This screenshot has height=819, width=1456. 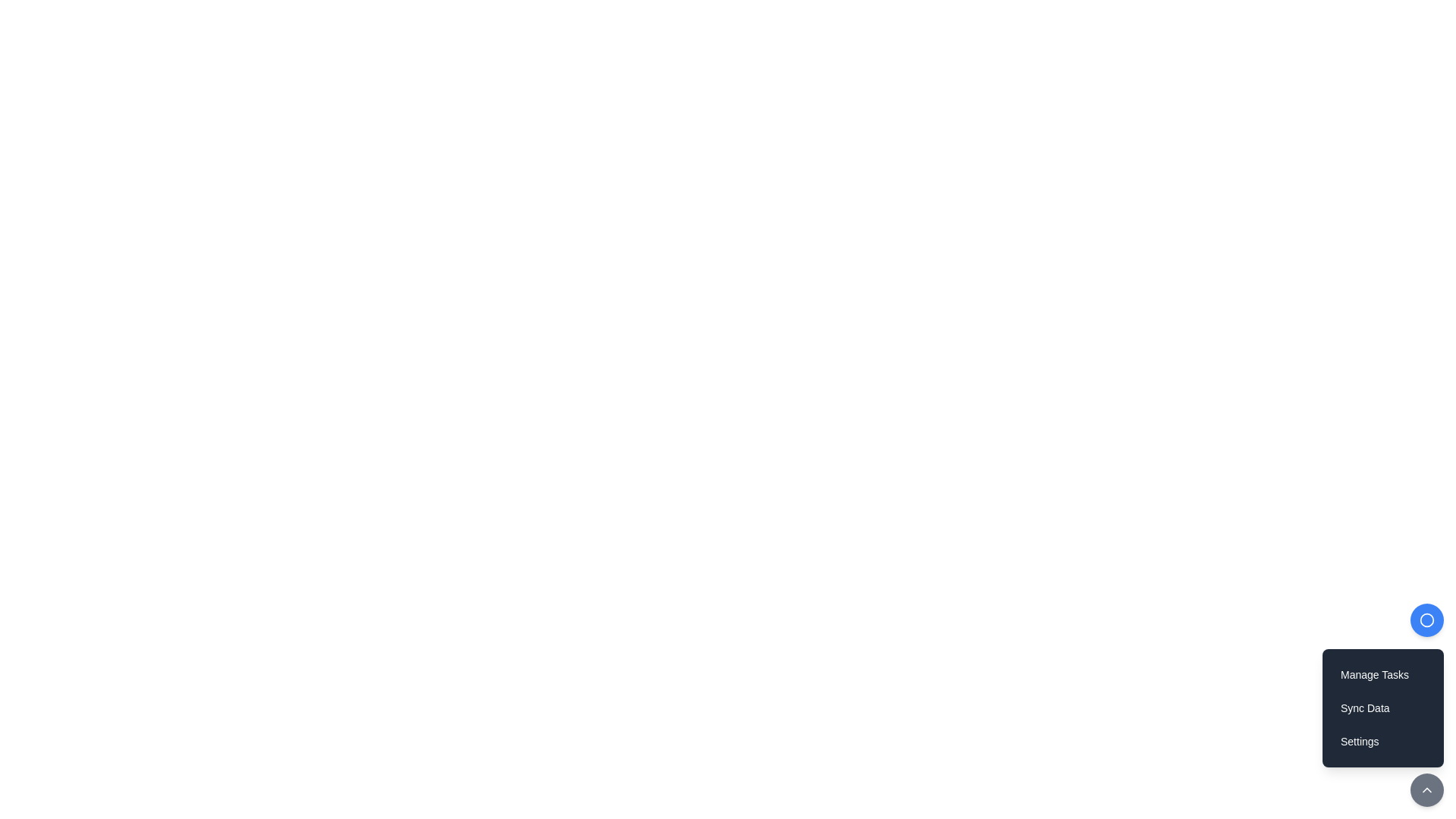 What do you see at coordinates (1426, 620) in the screenshot?
I see `the circular button with a blue background and white border` at bounding box center [1426, 620].